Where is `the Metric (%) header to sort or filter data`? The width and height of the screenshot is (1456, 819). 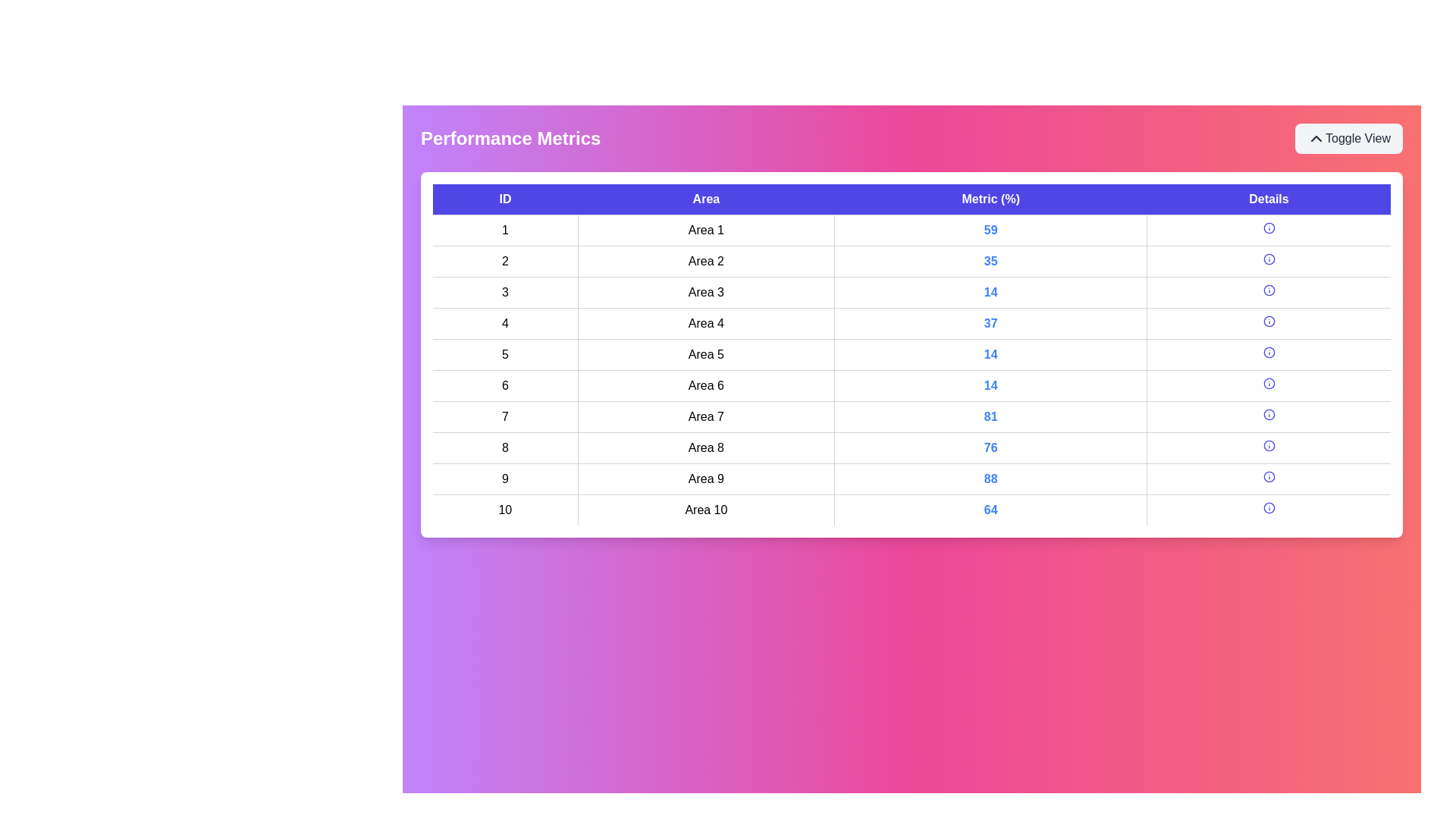 the Metric (%) header to sort or filter data is located at coordinates (990, 199).